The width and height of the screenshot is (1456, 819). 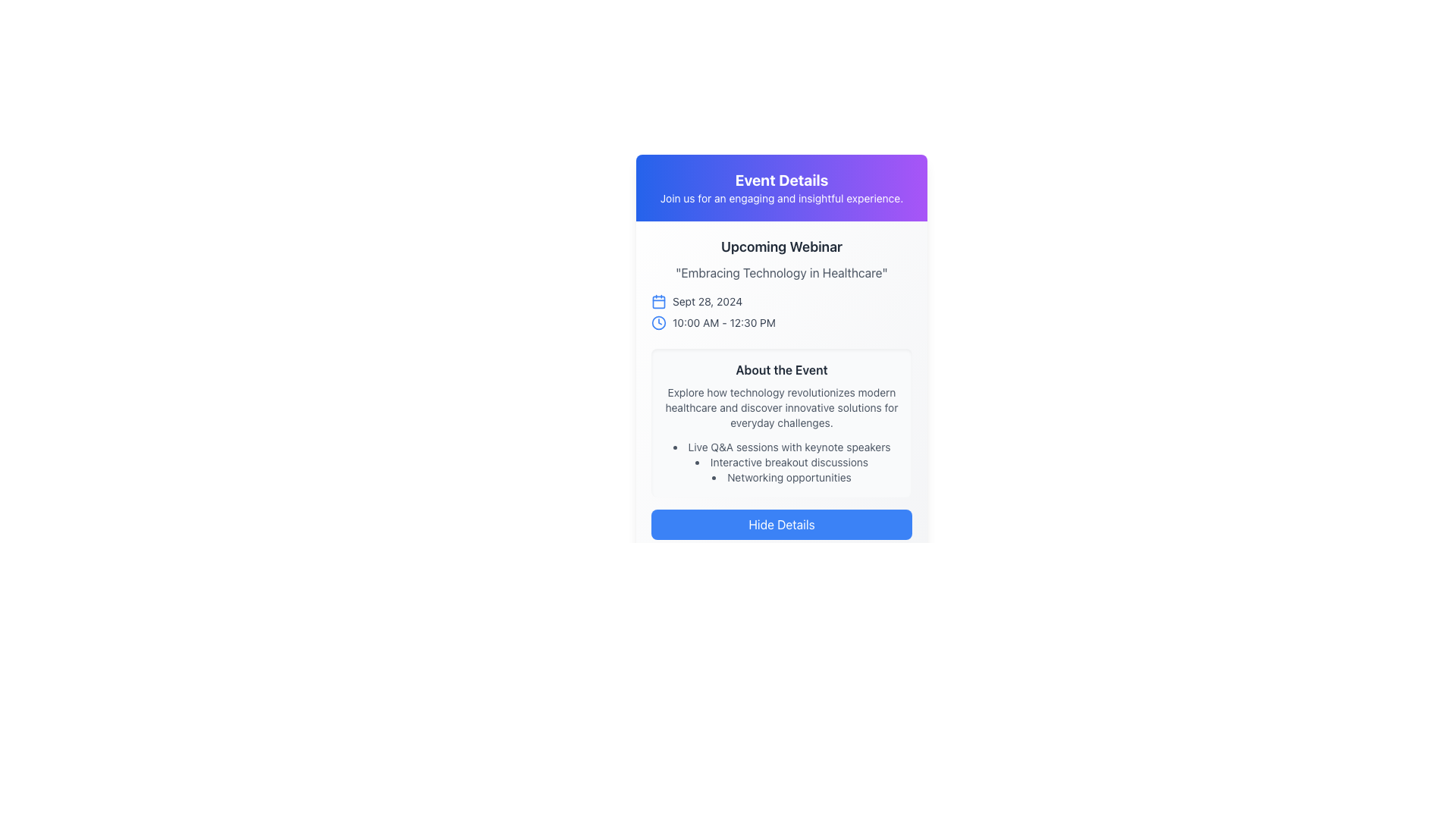 I want to click on the first list item in the 'About the Event' section that contains the text 'Live Q&A sessions with keynote speakers', so click(x=782, y=447).